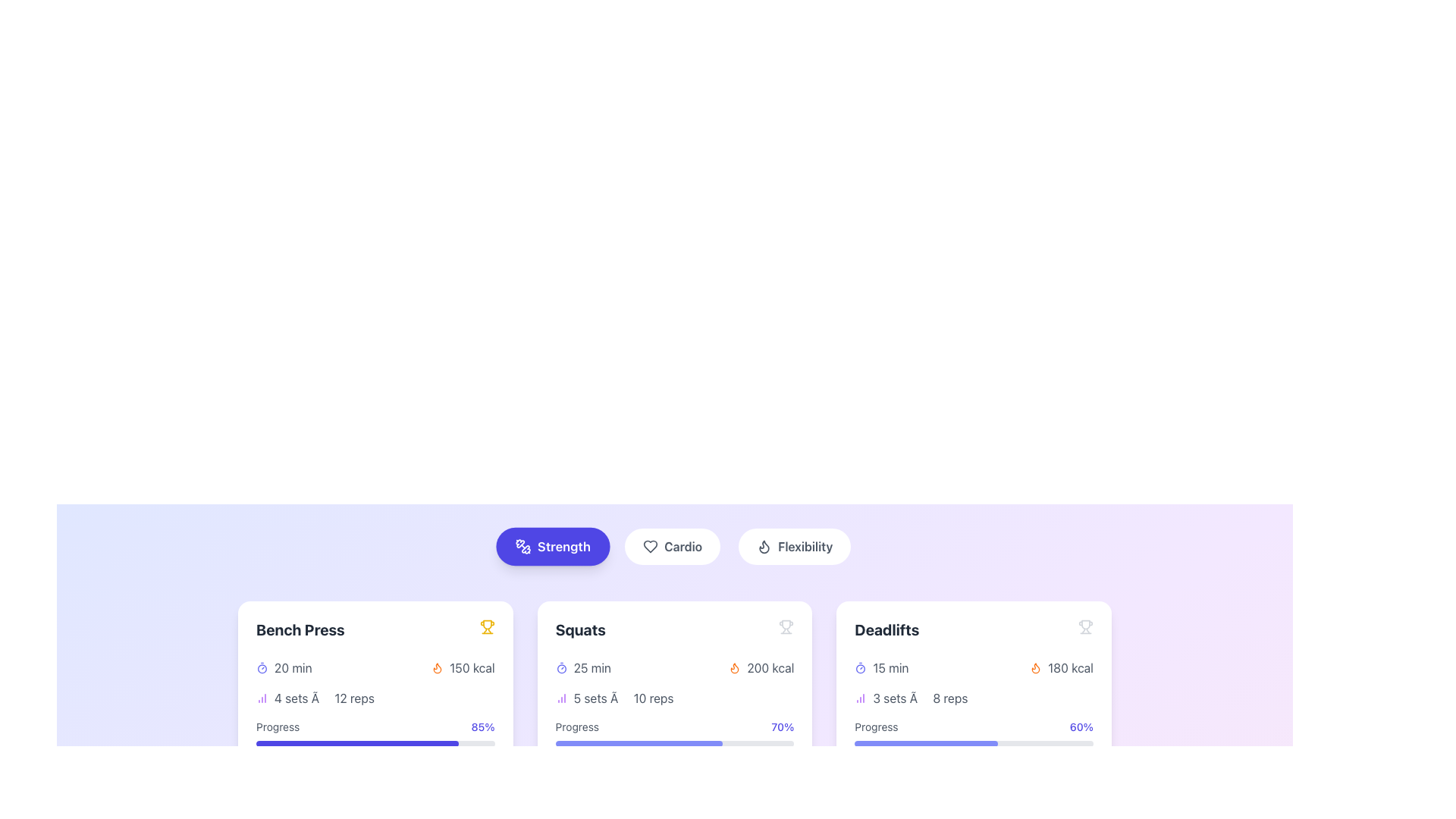 Image resolution: width=1456 pixels, height=819 pixels. I want to click on the progress bar indicating 70% completion, located in the third panel from the left, under the text 'Squats' and above the blue text '70%', so click(673, 742).